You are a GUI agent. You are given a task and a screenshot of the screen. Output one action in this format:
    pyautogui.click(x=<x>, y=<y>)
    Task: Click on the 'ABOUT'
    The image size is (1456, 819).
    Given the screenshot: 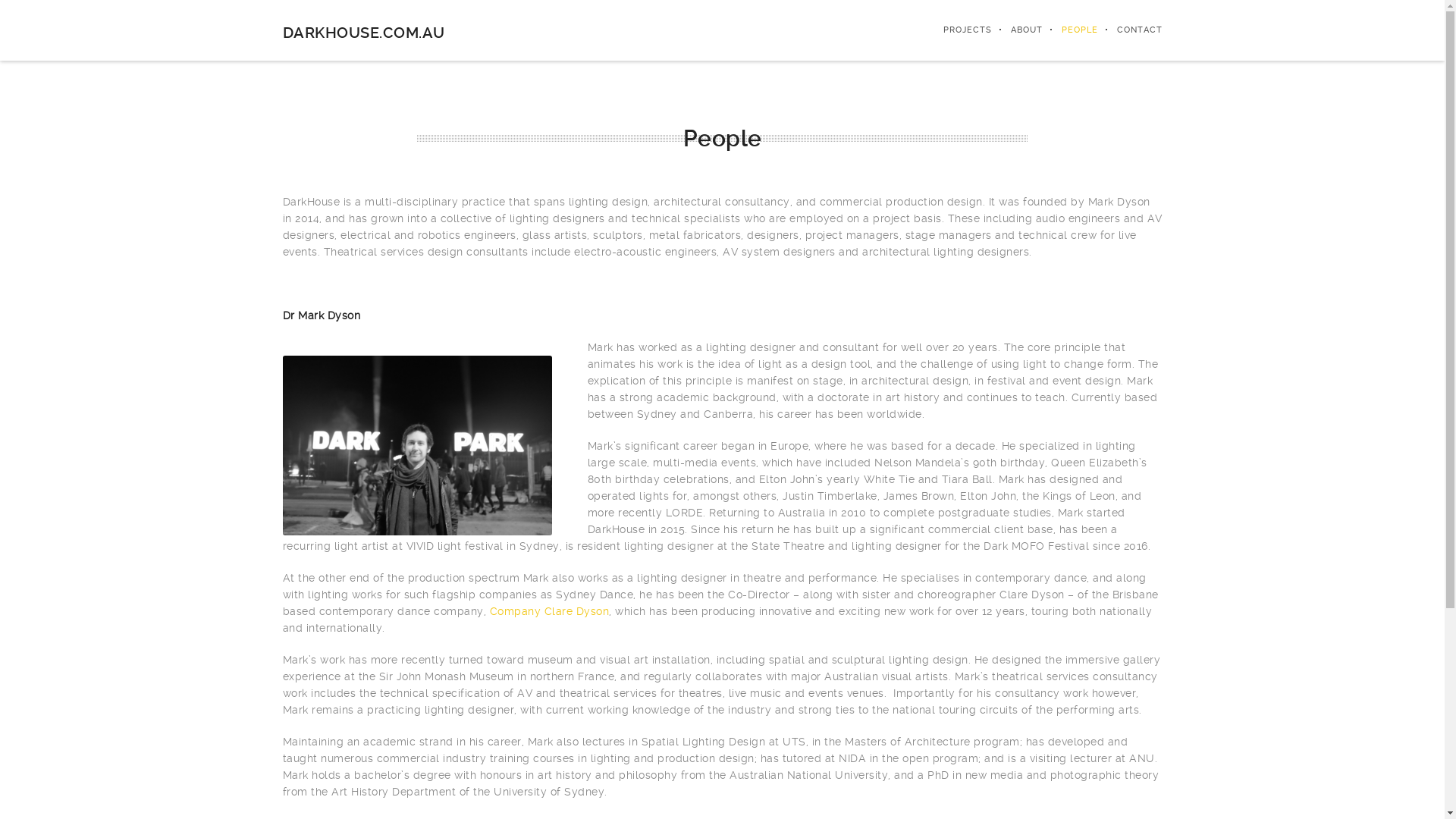 What is the action you would take?
    pyautogui.click(x=1017, y=30)
    